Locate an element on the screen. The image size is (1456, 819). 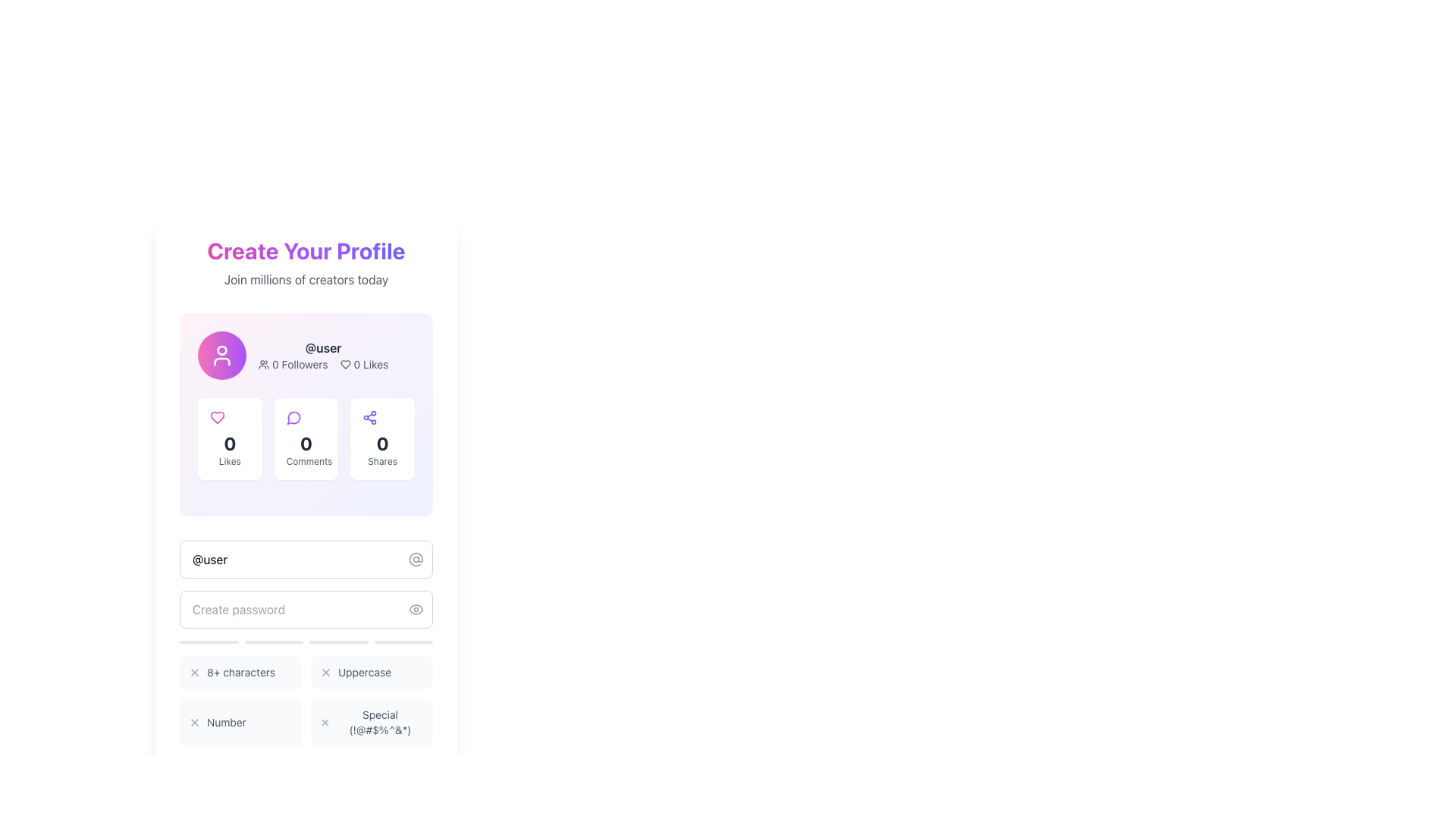
the static text label indicating the password requirement of having more than 8 characters, positioned in the third row beneath the 'Create password' input field is located at coordinates (240, 672).